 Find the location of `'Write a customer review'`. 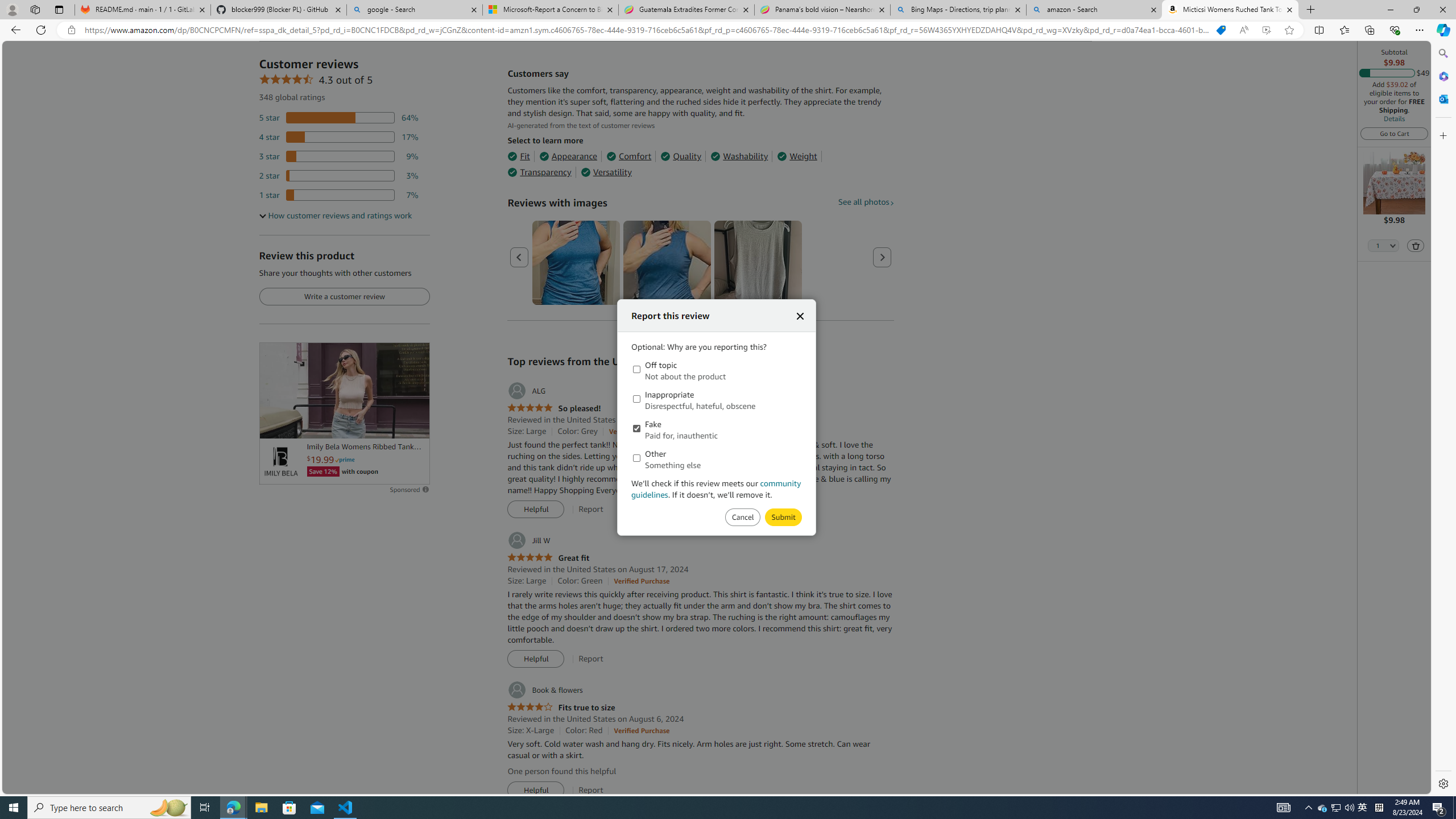

'Write a customer review' is located at coordinates (344, 296).